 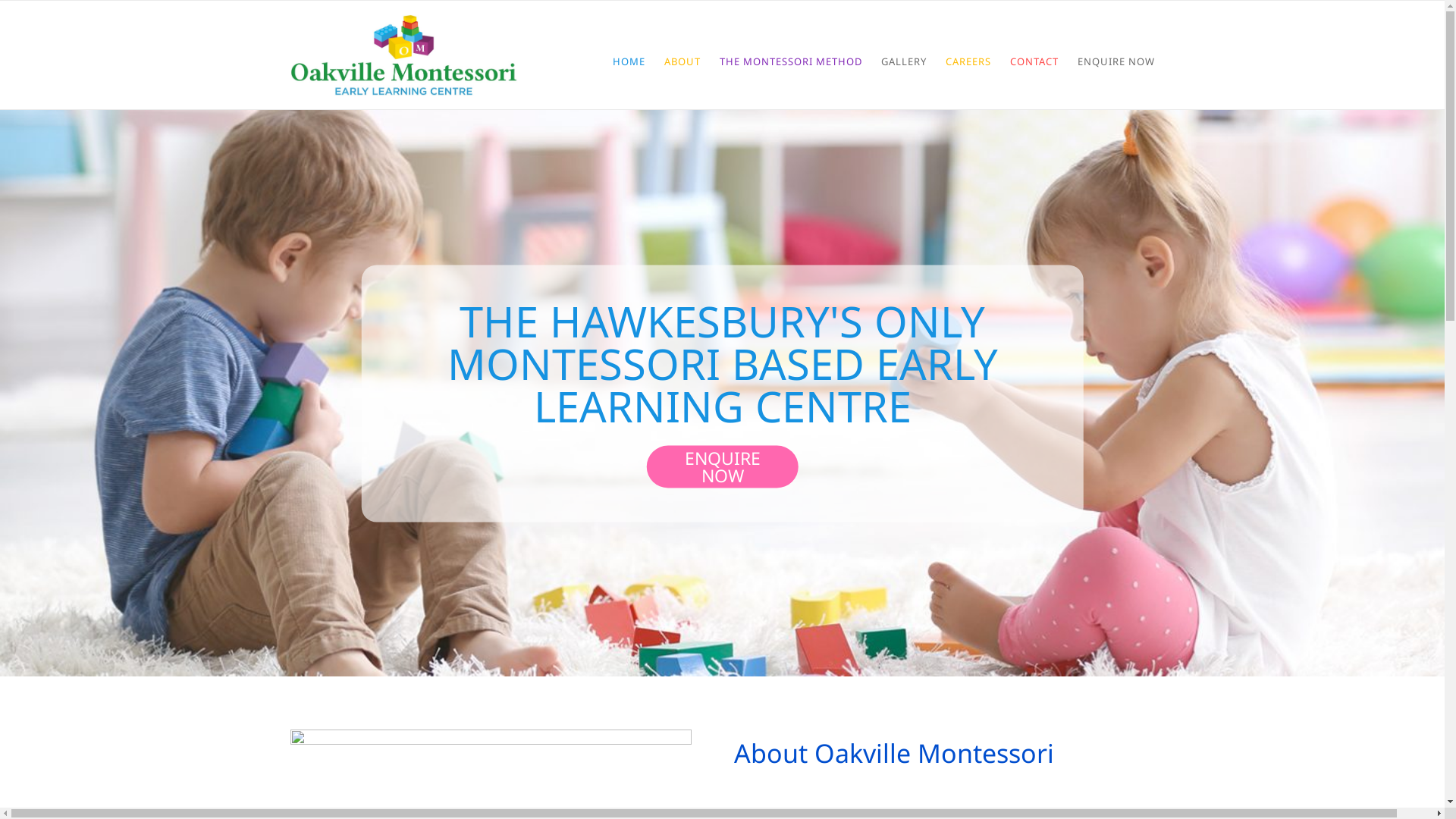 What do you see at coordinates (903, 60) in the screenshot?
I see `'GALLERY'` at bounding box center [903, 60].